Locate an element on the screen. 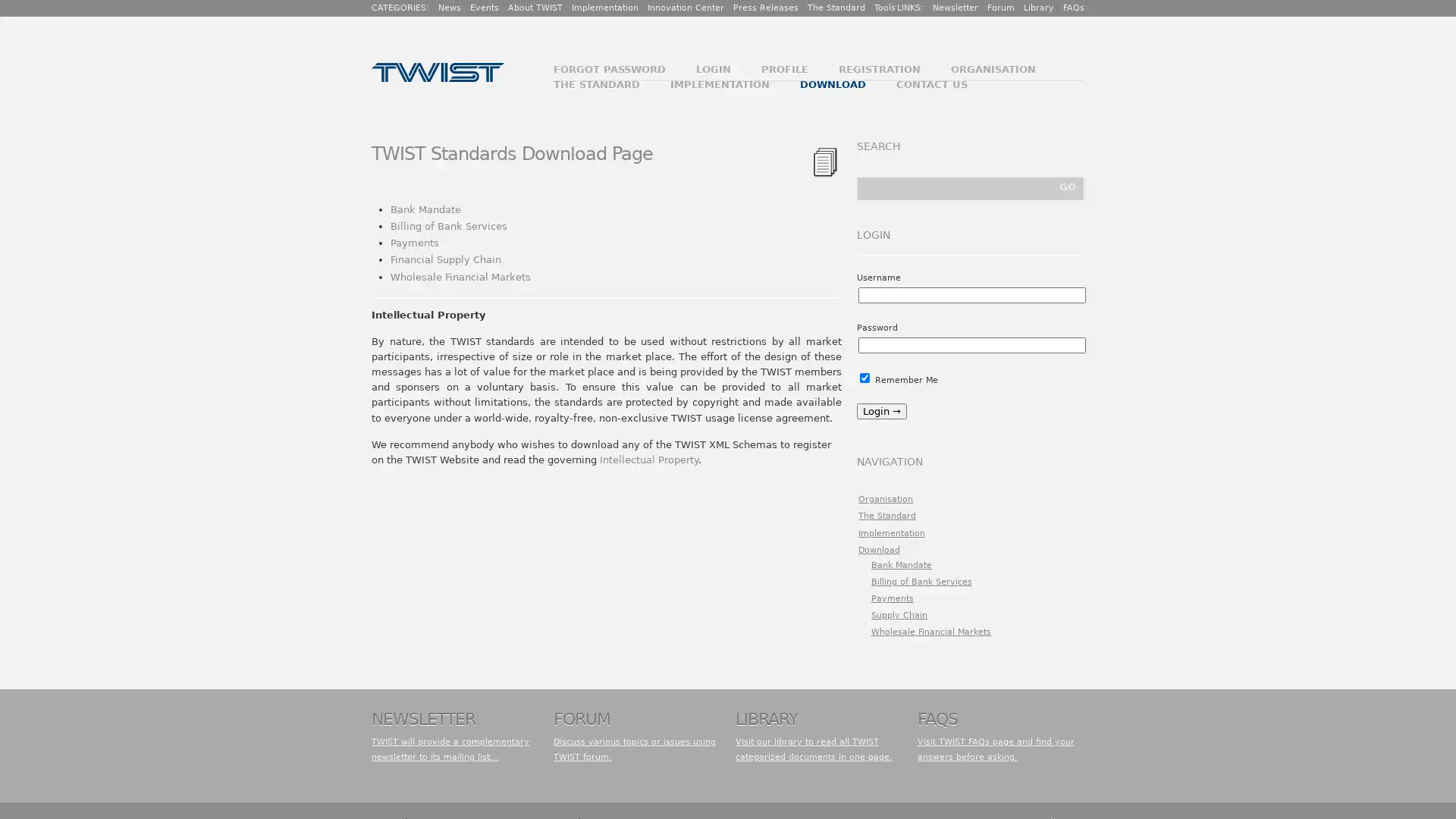 This screenshot has width=1456, height=819. Login is located at coordinates (881, 411).